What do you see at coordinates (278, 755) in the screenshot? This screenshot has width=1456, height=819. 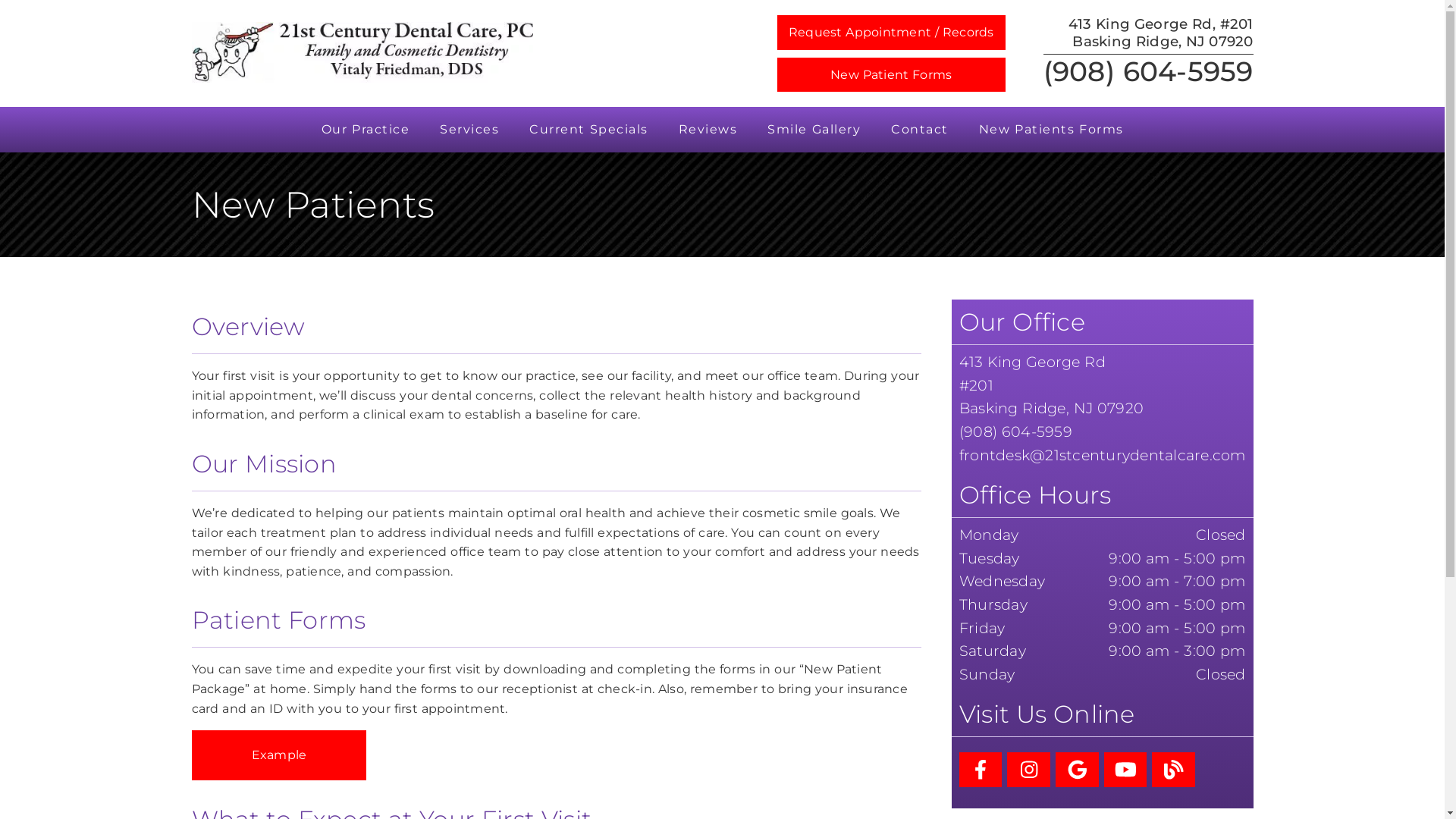 I see `'Example'` at bounding box center [278, 755].